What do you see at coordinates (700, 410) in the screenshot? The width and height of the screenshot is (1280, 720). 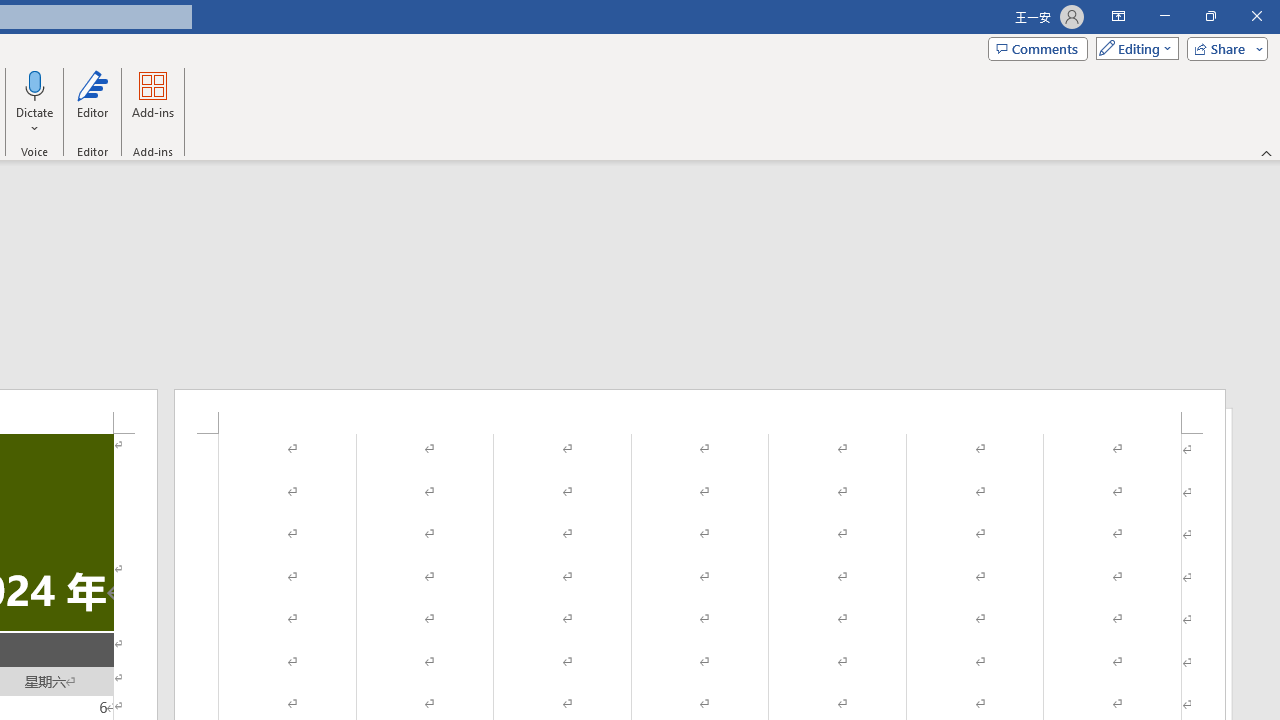 I see `'Header -Section 1-'` at bounding box center [700, 410].